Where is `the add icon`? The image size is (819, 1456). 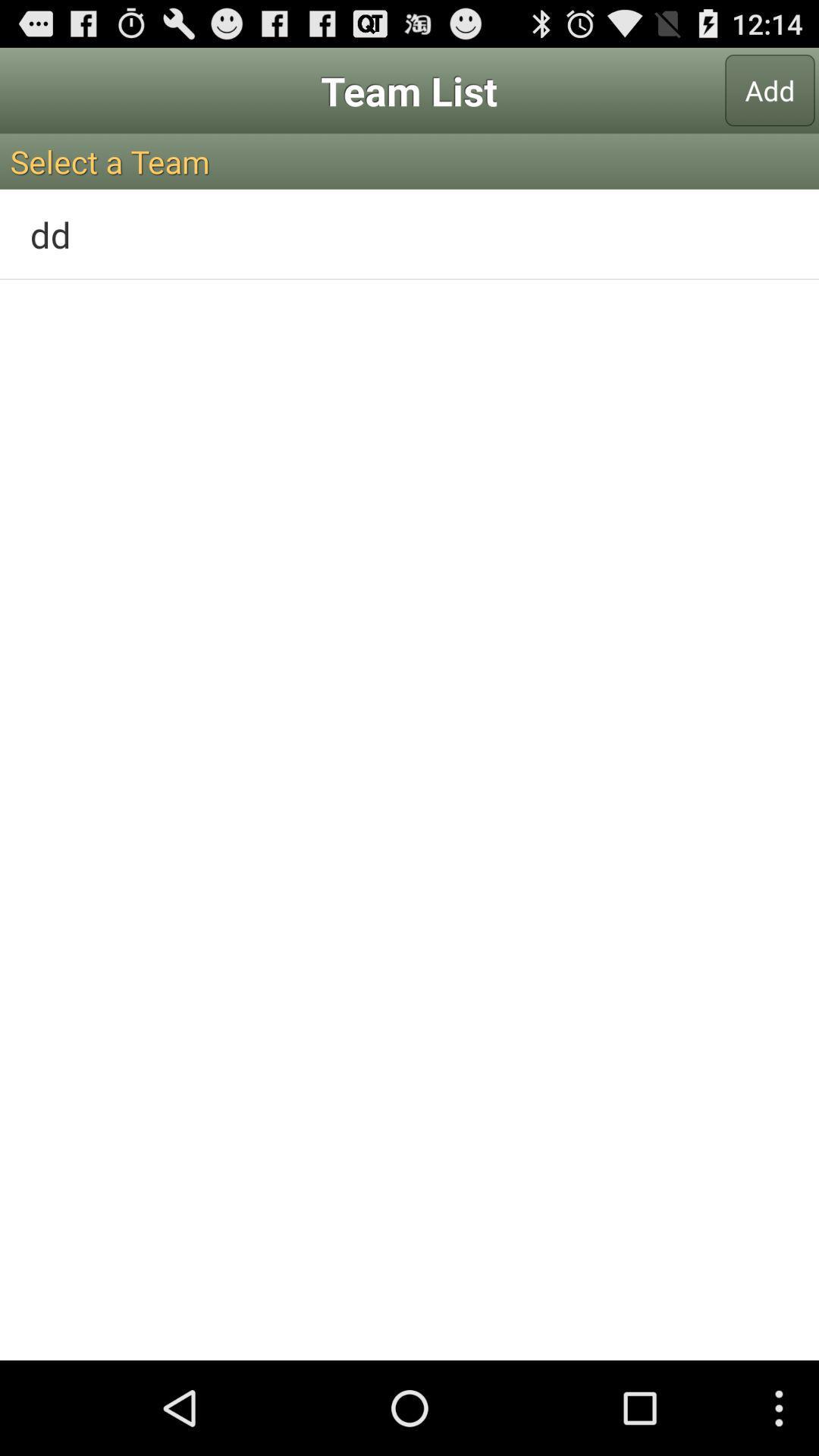 the add icon is located at coordinates (770, 89).